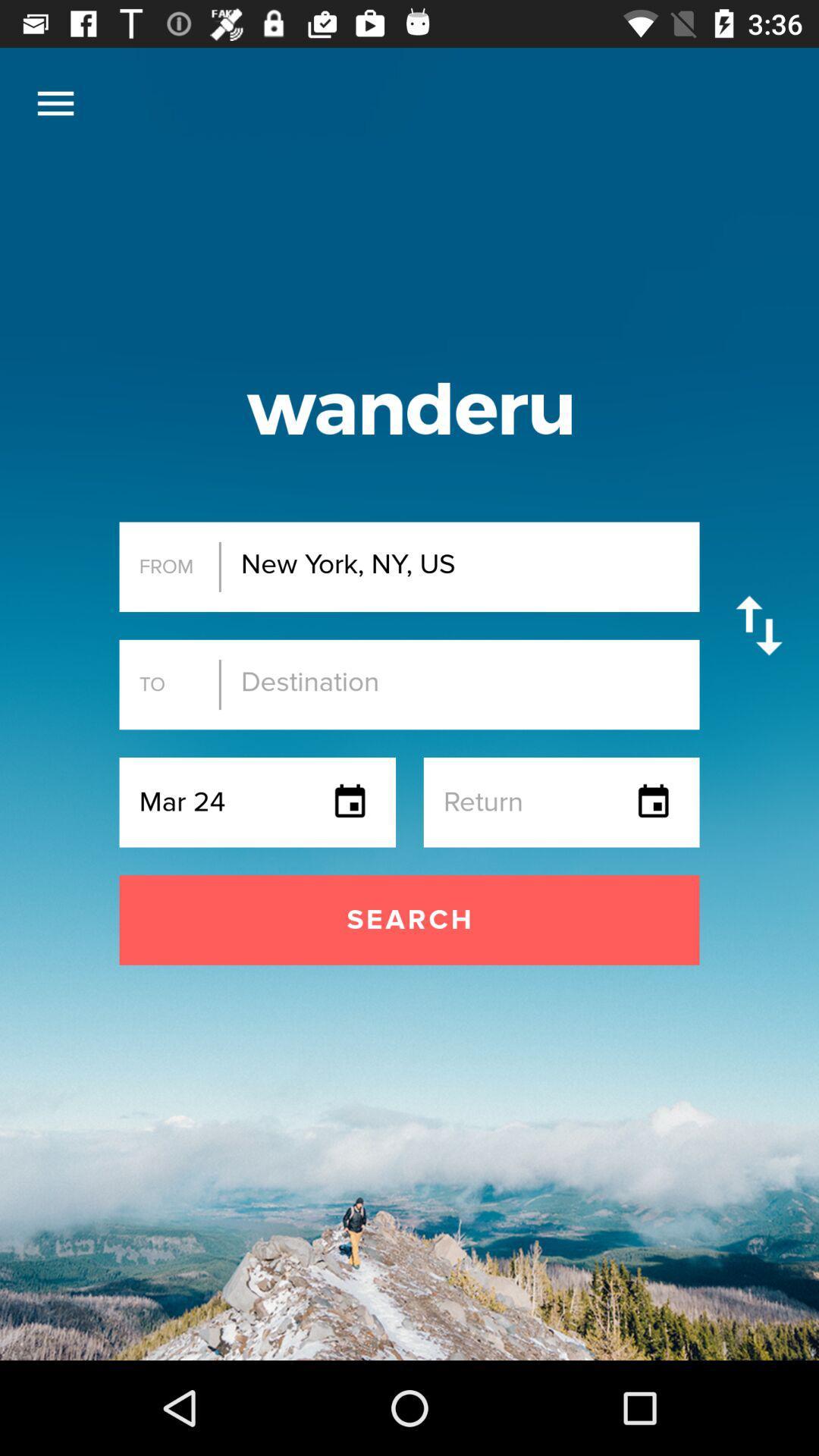 This screenshot has width=819, height=1456. What do you see at coordinates (759, 626) in the screenshot?
I see `the icon next to new york ny icon` at bounding box center [759, 626].